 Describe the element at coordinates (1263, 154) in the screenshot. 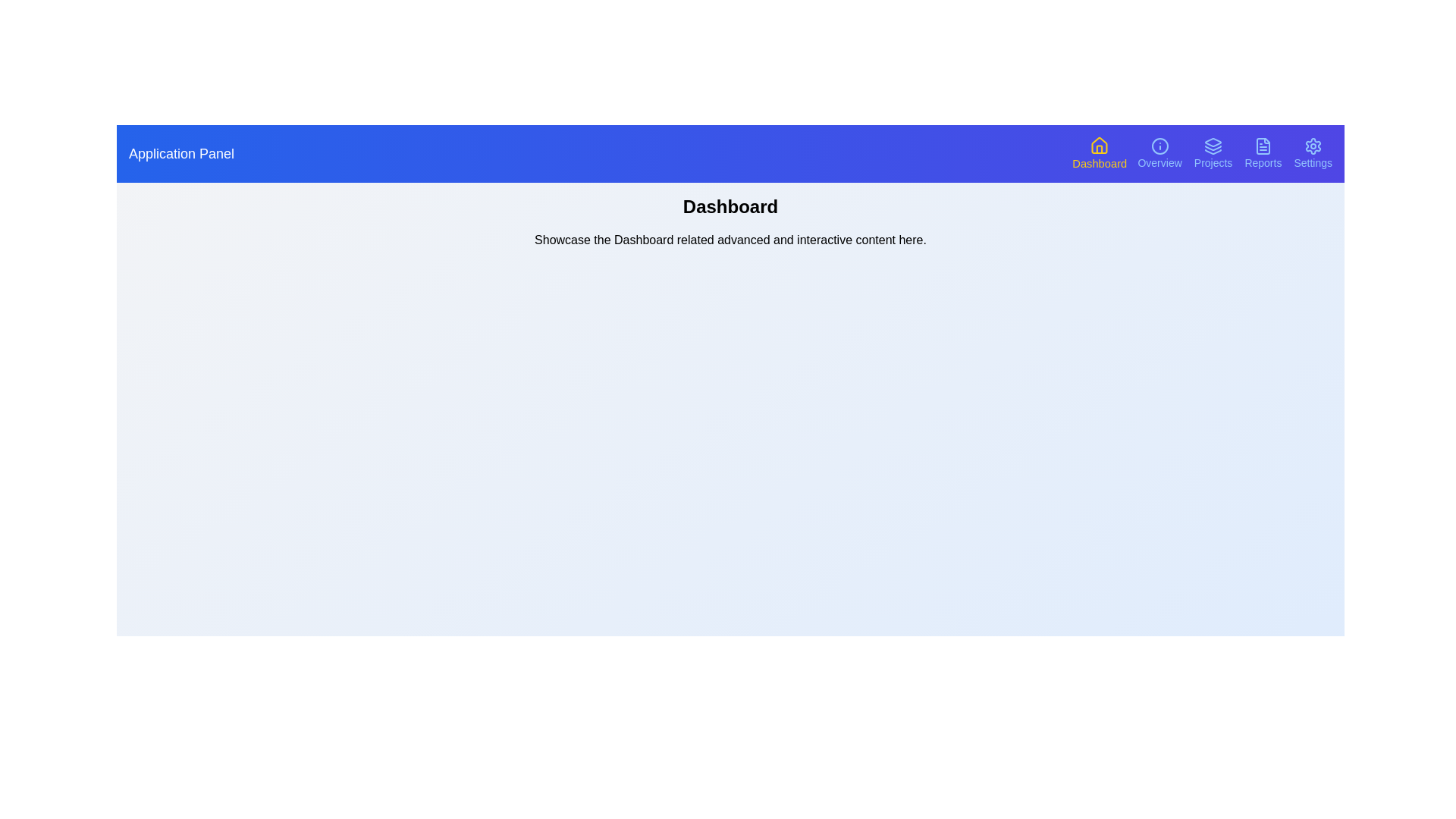

I see `the navigation button corresponding to Reports` at that location.